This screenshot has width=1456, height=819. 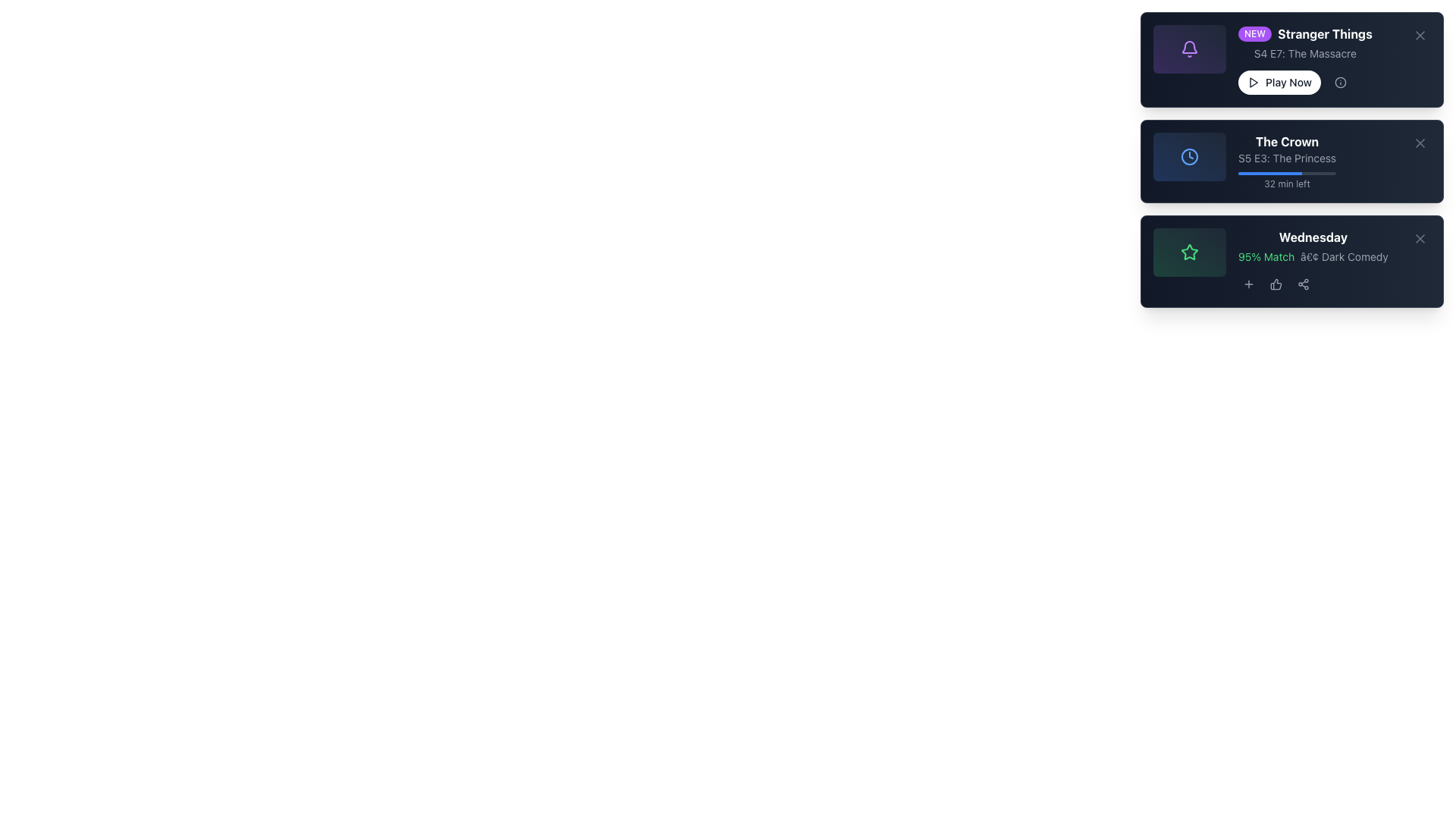 What do you see at coordinates (1291, 58) in the screenshot?
I see `the 'NEW' badge on the 'Stranger Things' card component, which is the first card in the list of media information` at bounding box center [1291, 58].